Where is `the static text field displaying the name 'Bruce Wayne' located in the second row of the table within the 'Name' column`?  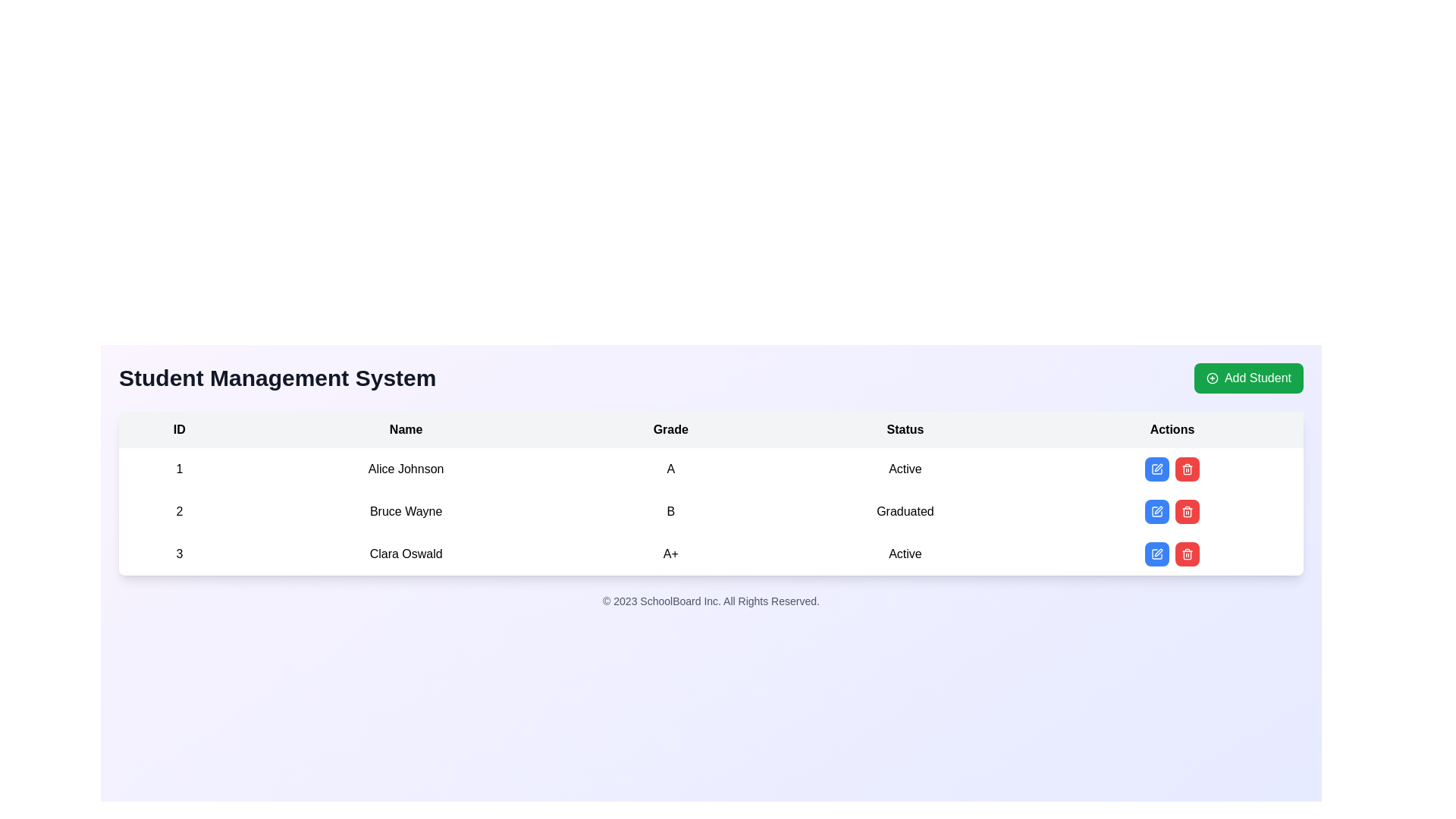 the static text field displaying the name 'Bruce Wayne' located in the second row of the table within the 'Name' column is located at coordinates (406, 512).